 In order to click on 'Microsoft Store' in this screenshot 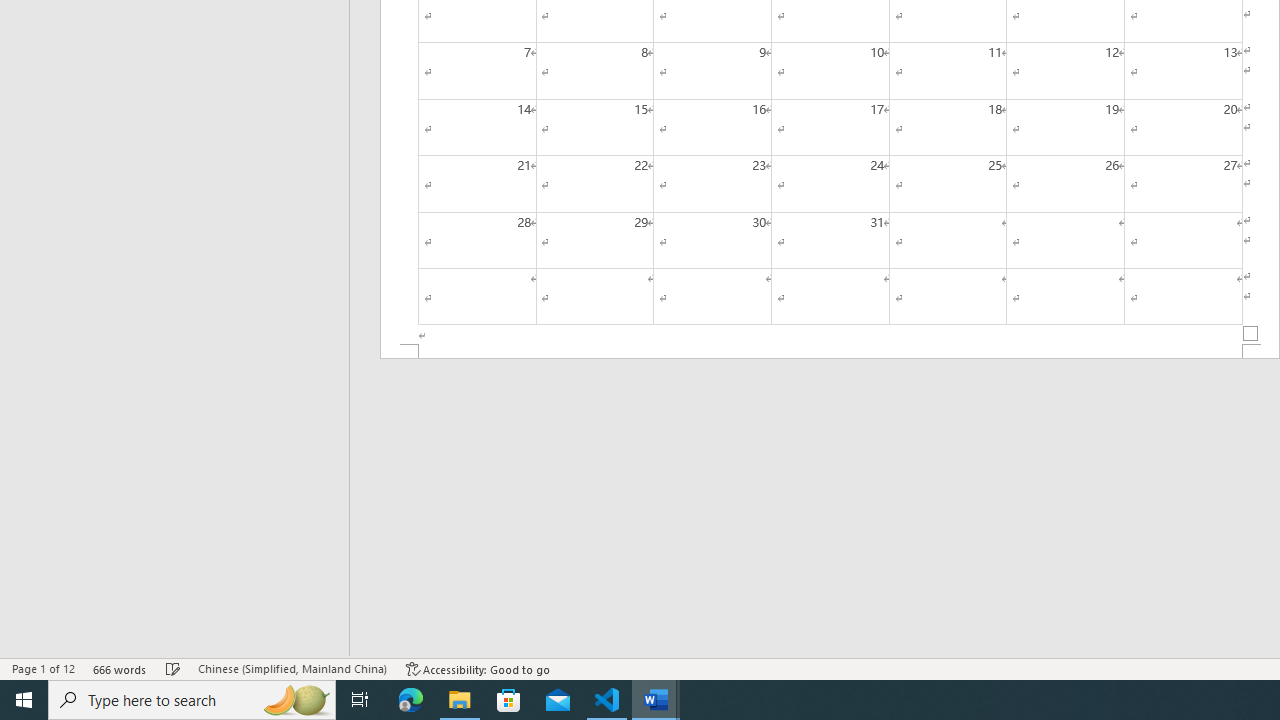, I will do `click(509, 698)`.